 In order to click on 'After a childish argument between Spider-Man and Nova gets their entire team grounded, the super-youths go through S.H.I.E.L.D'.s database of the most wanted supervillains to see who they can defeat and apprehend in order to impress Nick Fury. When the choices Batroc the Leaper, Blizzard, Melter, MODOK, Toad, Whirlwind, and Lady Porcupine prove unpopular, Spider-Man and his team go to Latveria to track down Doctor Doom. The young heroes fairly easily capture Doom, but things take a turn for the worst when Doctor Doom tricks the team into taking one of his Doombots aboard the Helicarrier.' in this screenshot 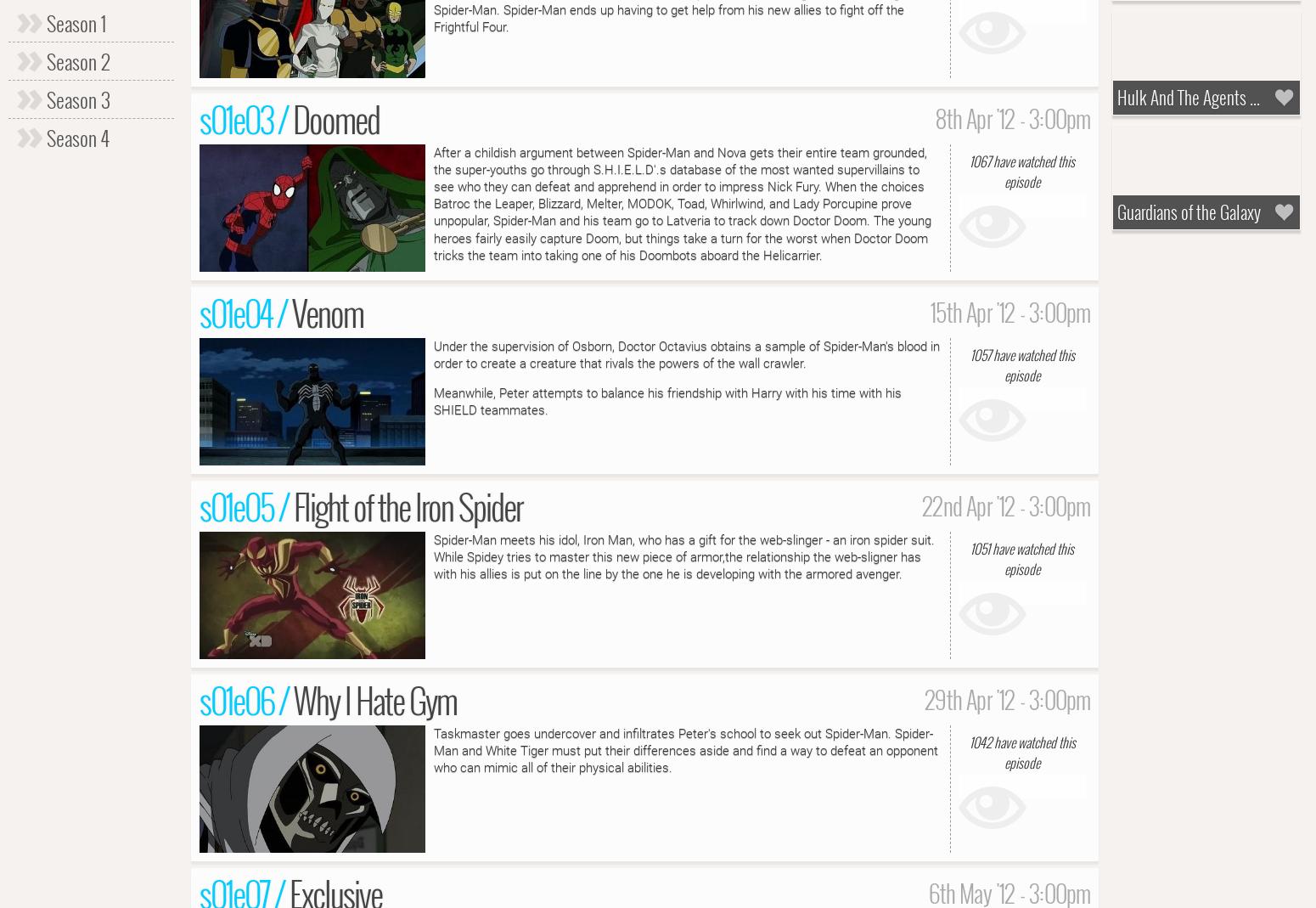, I will do `click(681, 202)`.